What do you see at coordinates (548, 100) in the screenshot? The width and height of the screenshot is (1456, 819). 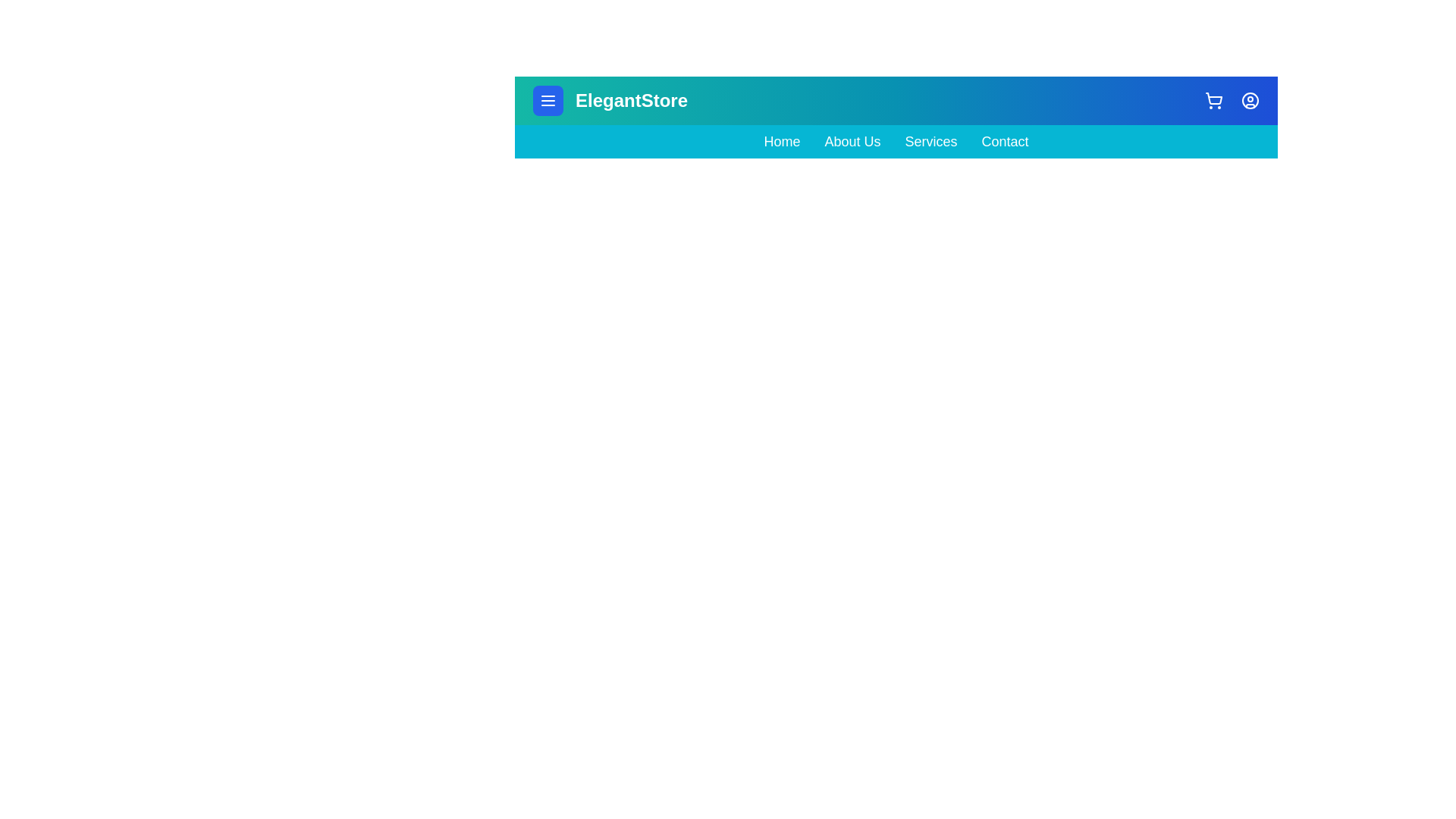 I see `the menu button to toggle the menu visibility` at bounding box center [548, 100].